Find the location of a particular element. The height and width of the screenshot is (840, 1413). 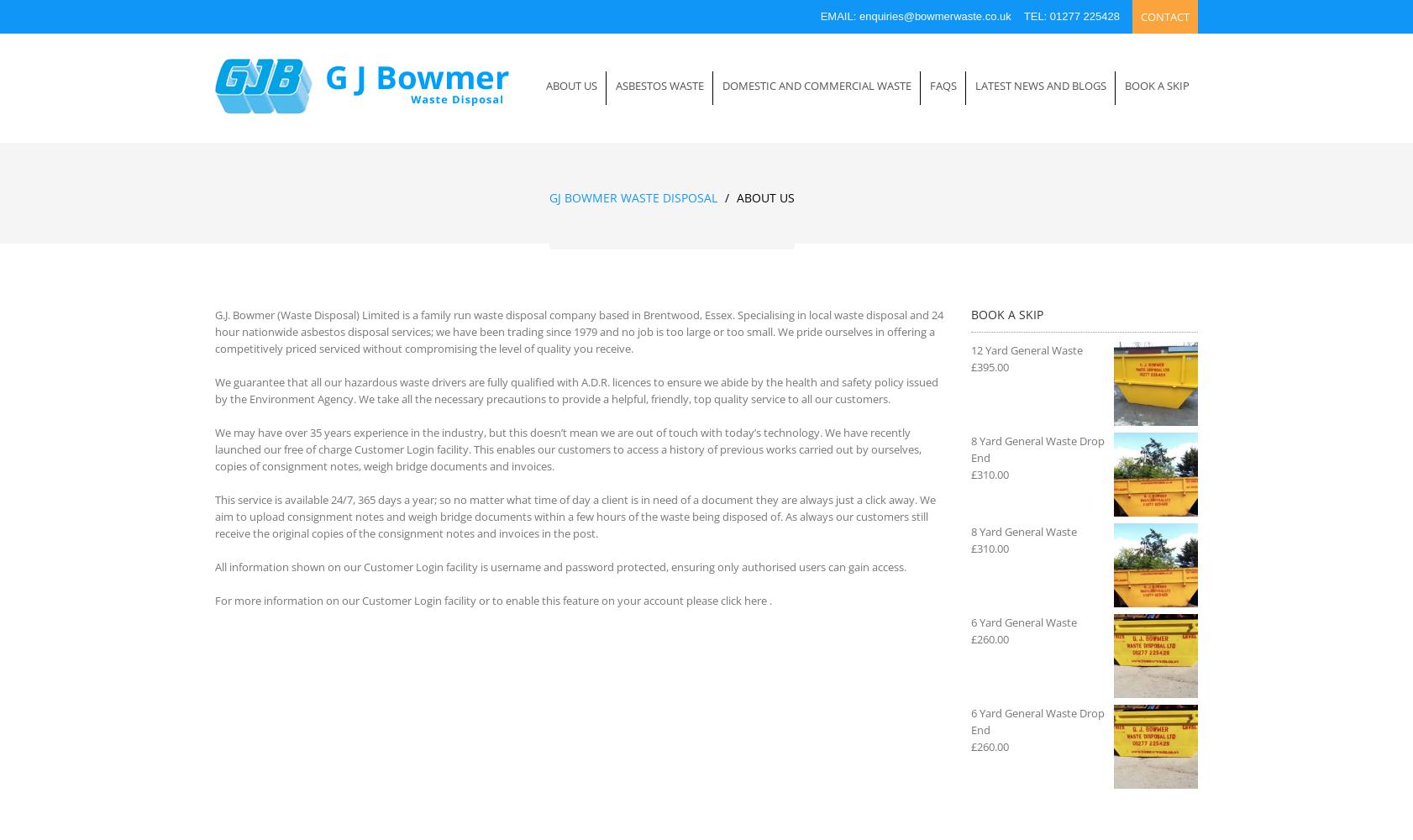

'/' is located at coordinates (726, 196).